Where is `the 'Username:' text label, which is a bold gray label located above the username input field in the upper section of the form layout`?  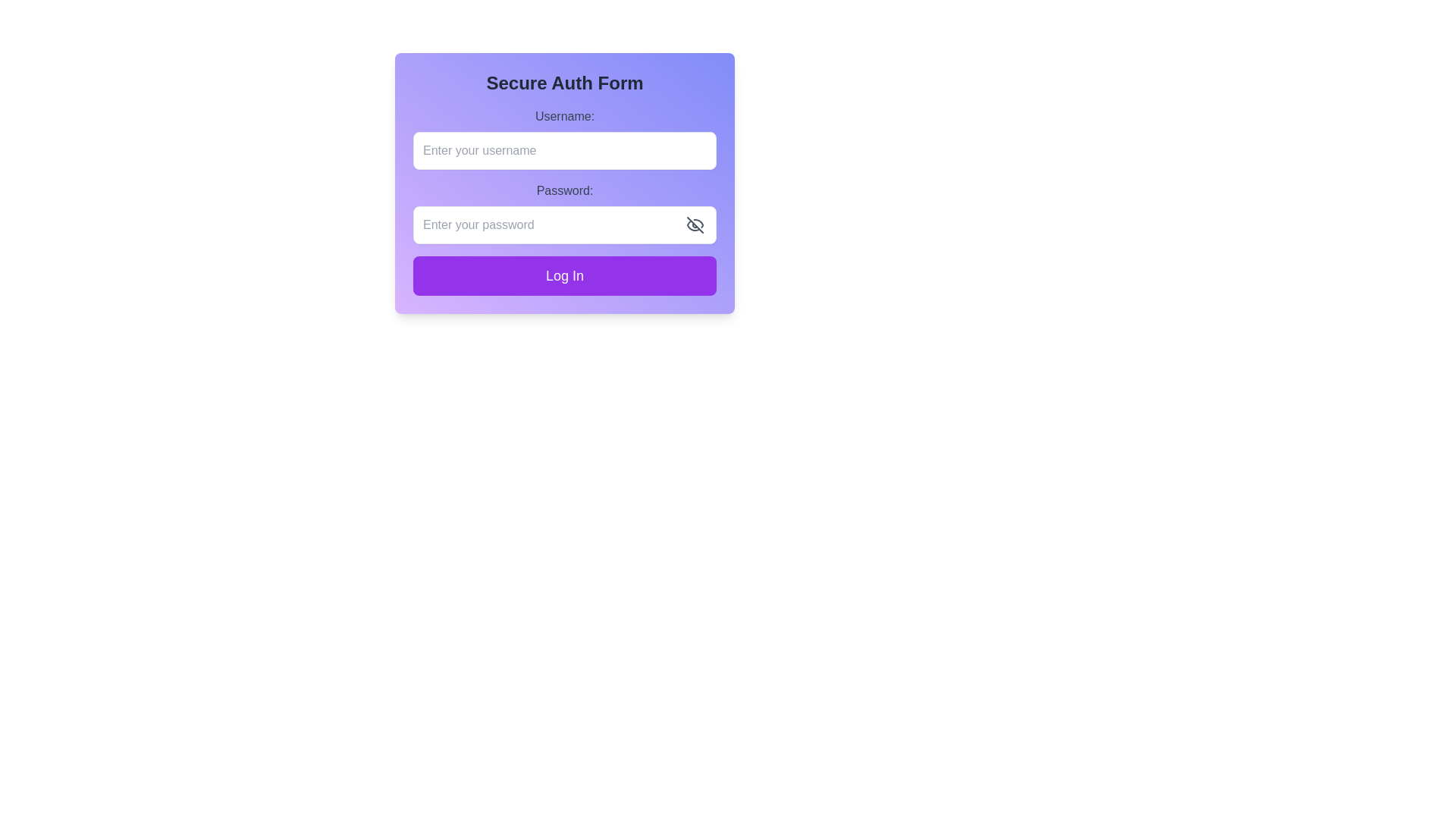 the 'Username:' text label, which is a bold gray label located above the username input field in the upper section of the form layout is located at coordinates (563, 116).